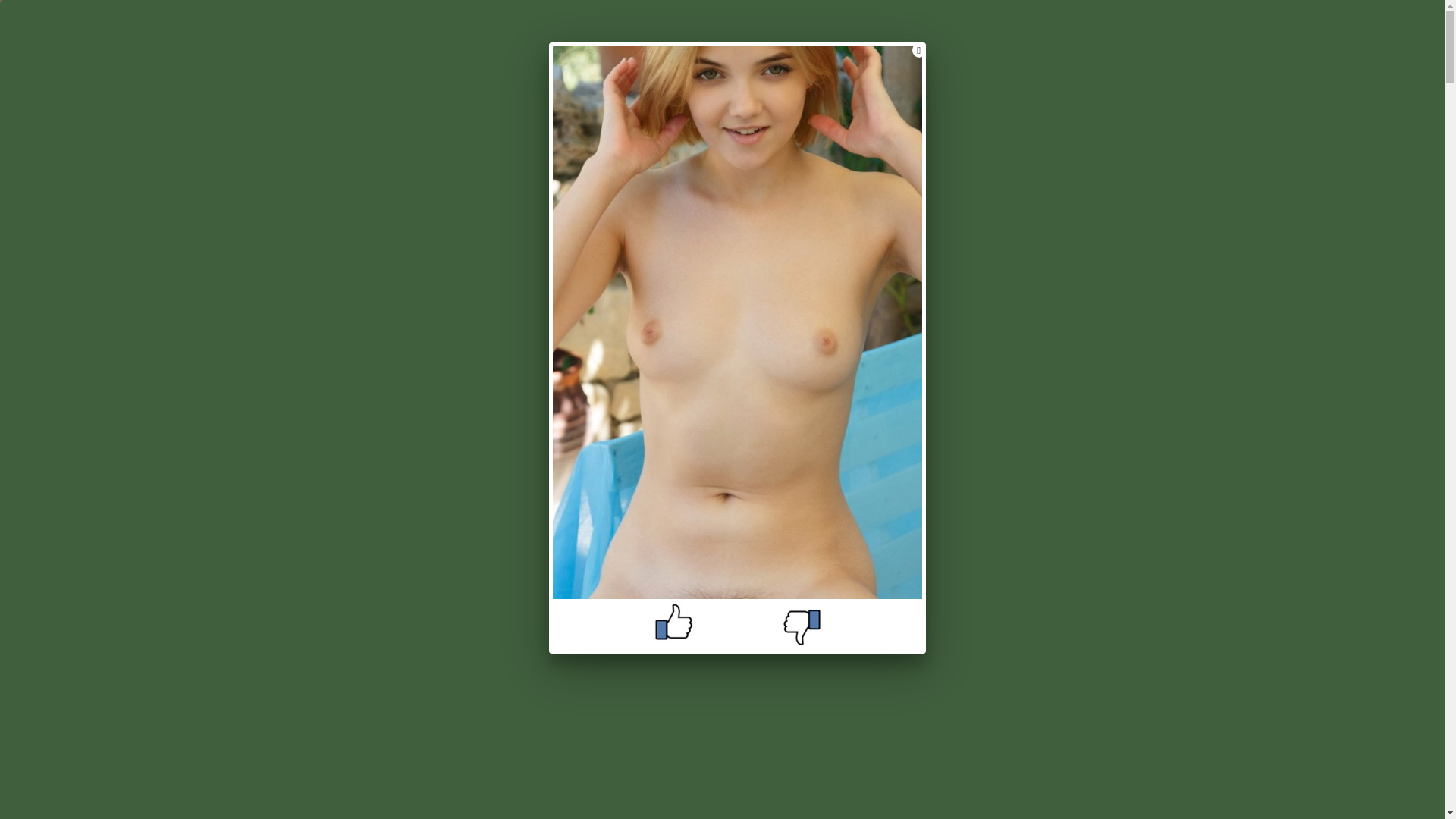 This screenshot has height=819, width=1456. I want to click on 'Close', so click(912, 49).